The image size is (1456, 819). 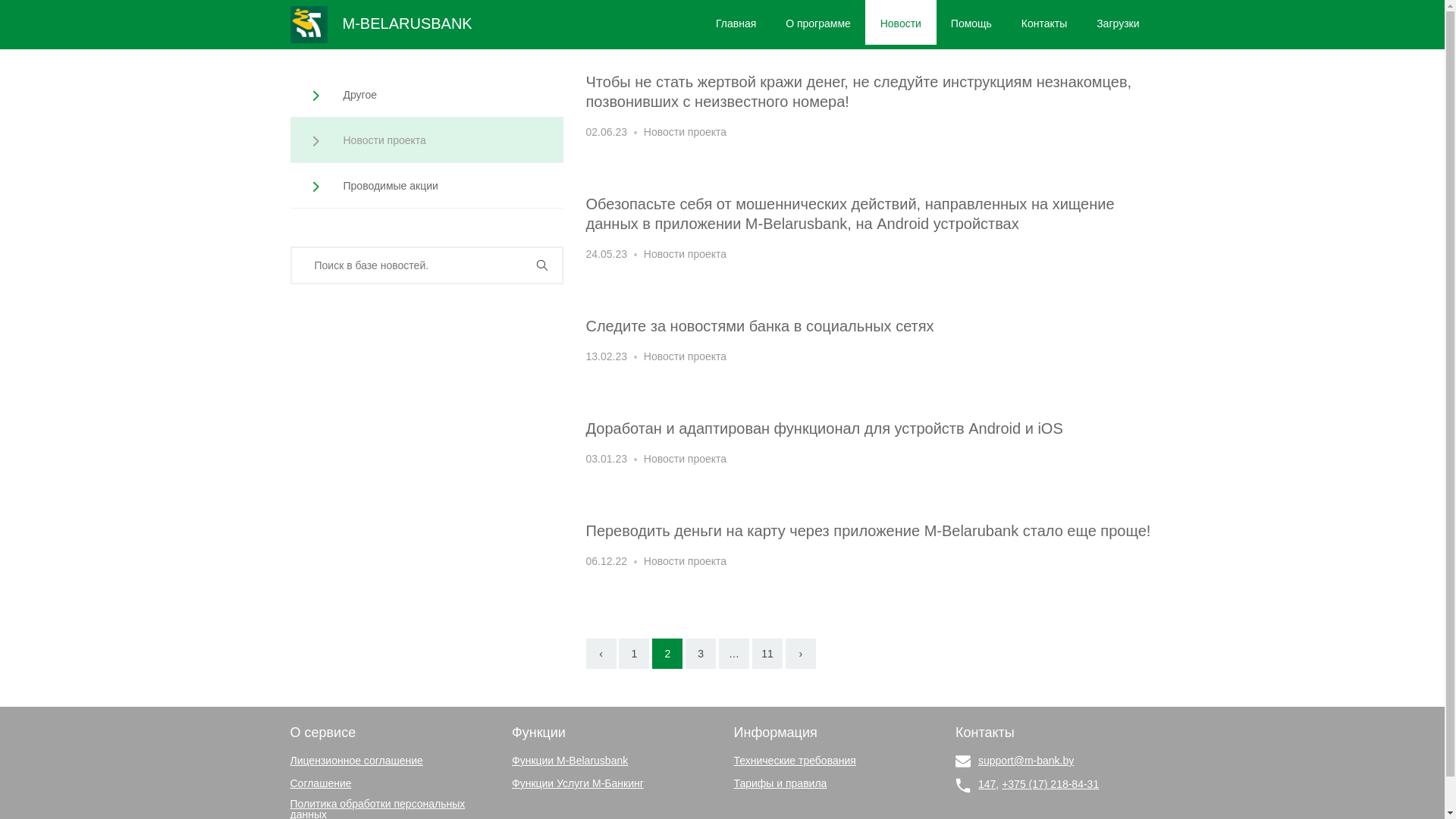 I want to click on '3', so click(x=699, y=652).